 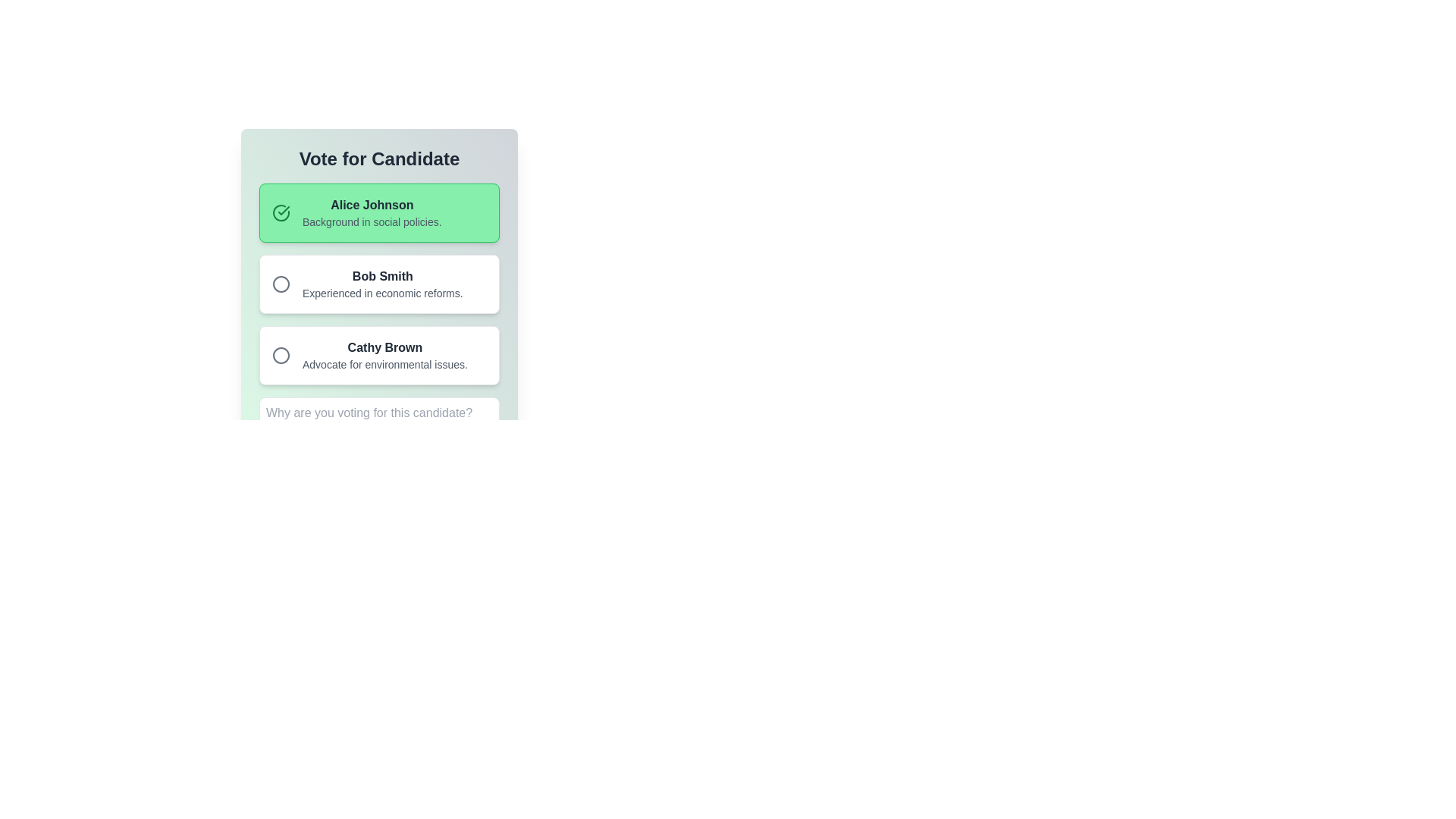 What do you see at coordinates (379, 284) in the screenshot?
I see `the selectable card featuring 'Bob Smith' with a radio button, located in the middle of a vertical stack of similar cards` at bounding box center [379, 284].